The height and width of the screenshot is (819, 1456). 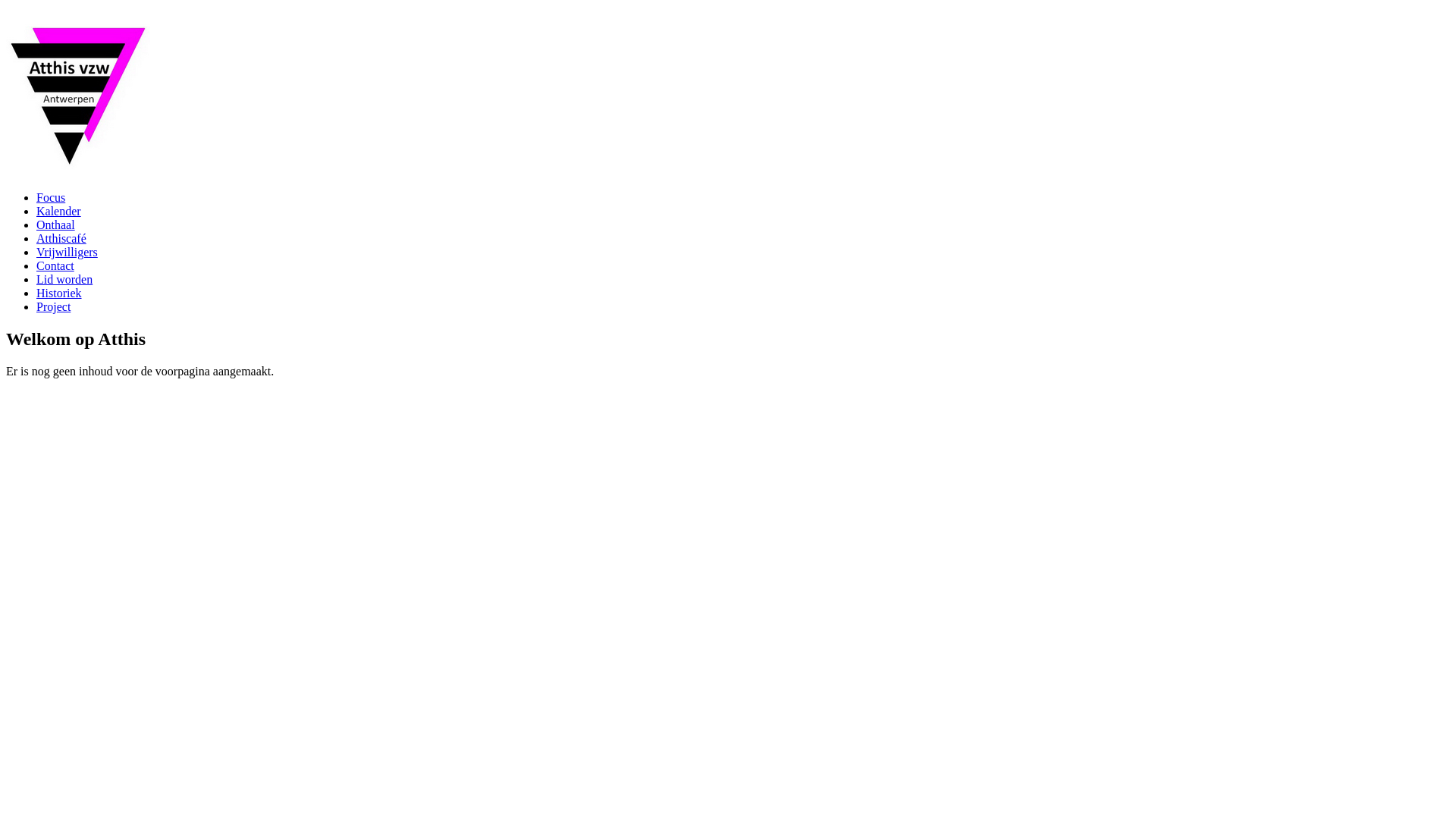 What do you see at coordinates (77, 168) in the screenshot?
I see `'Home'` at bounding box center [77, 168].